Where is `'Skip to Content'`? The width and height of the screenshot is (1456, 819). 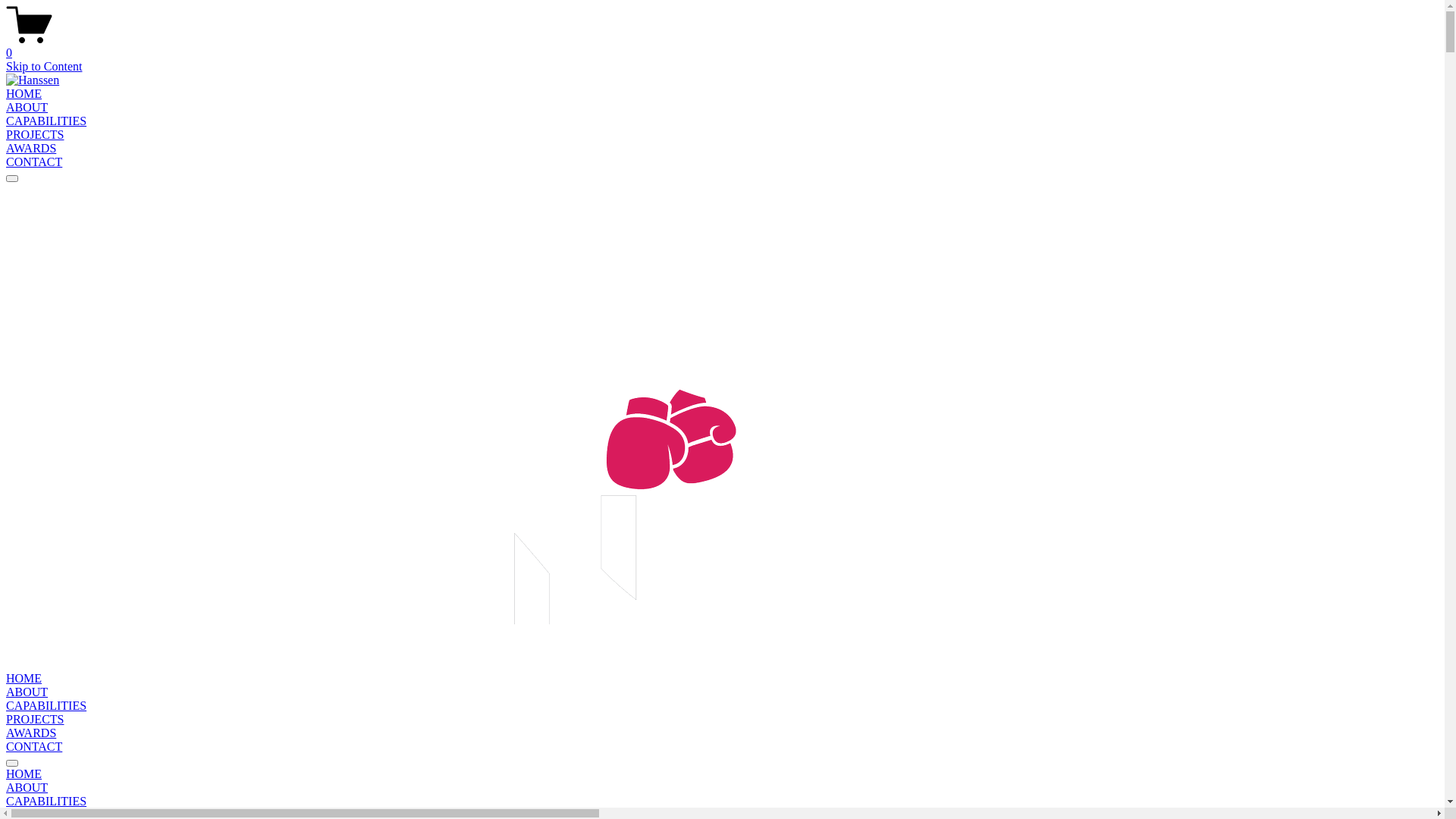 'Skip to Content' is located at coordinates (43, 65).